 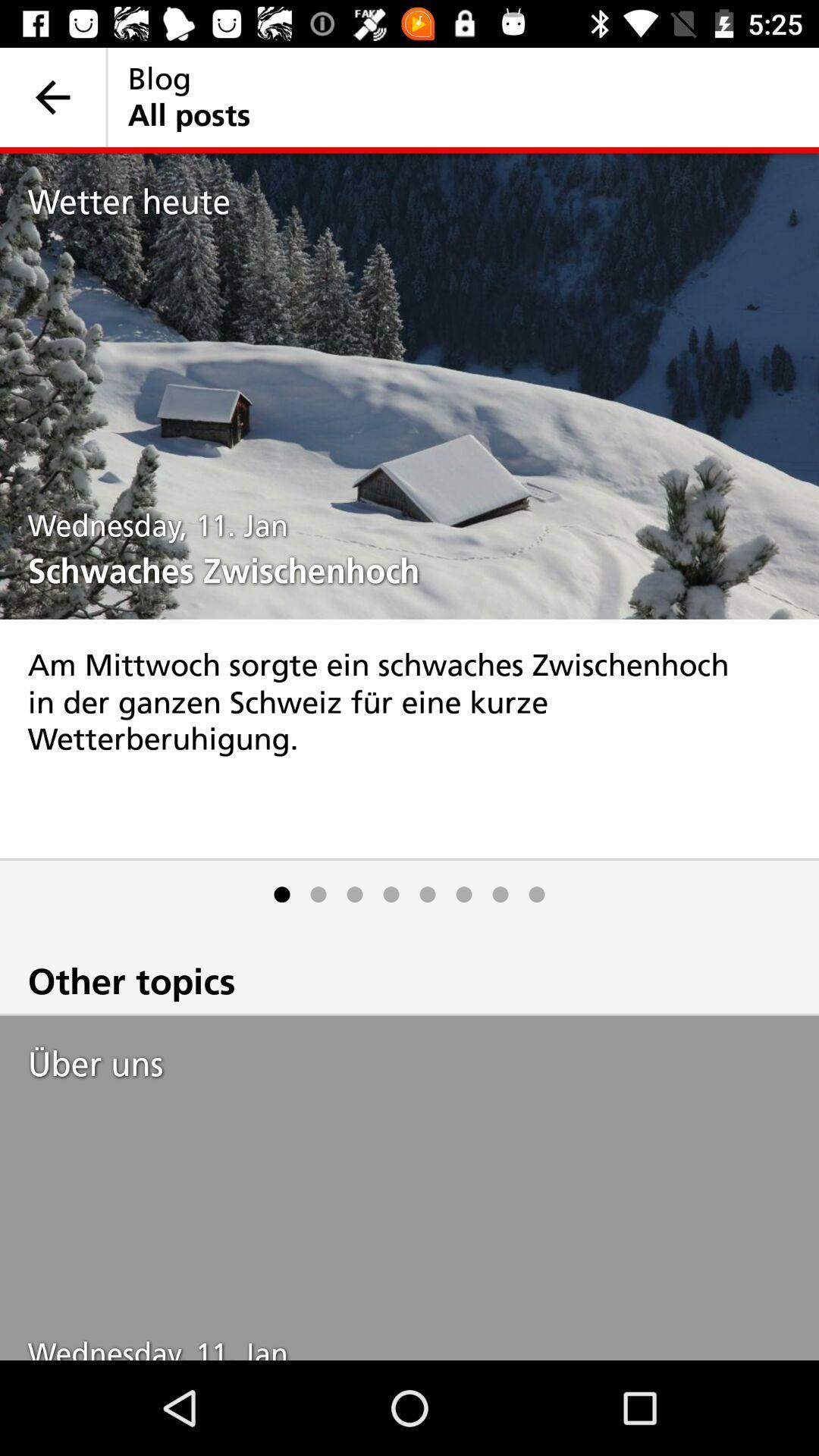 What do you see at coordinates (463, 894) in the screenshot?
I see `the icon above the other topics` at bounding box center [463, 894].